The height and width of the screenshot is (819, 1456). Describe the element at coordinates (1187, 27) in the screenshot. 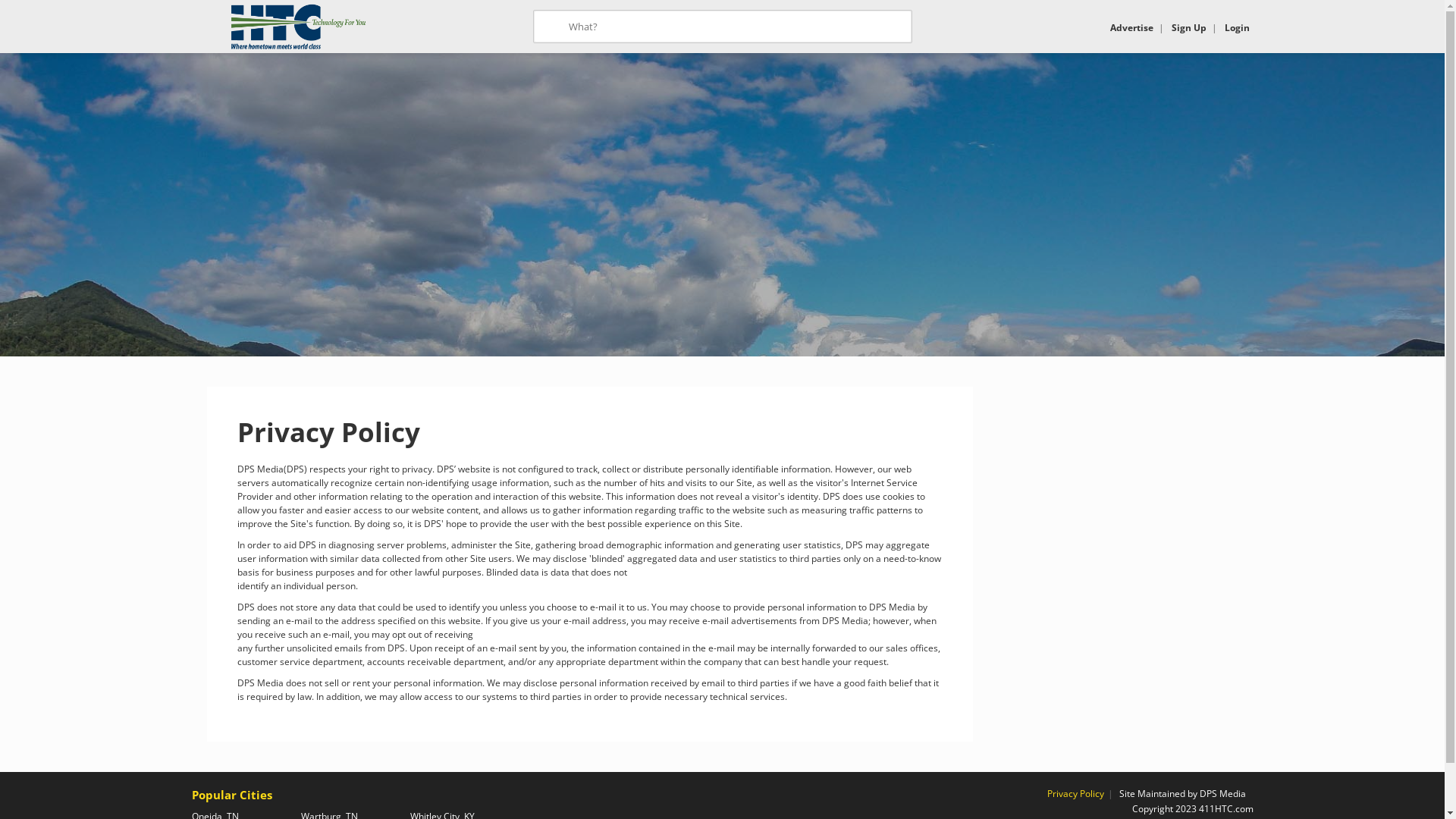

I see `'Sign Up'` at that location.